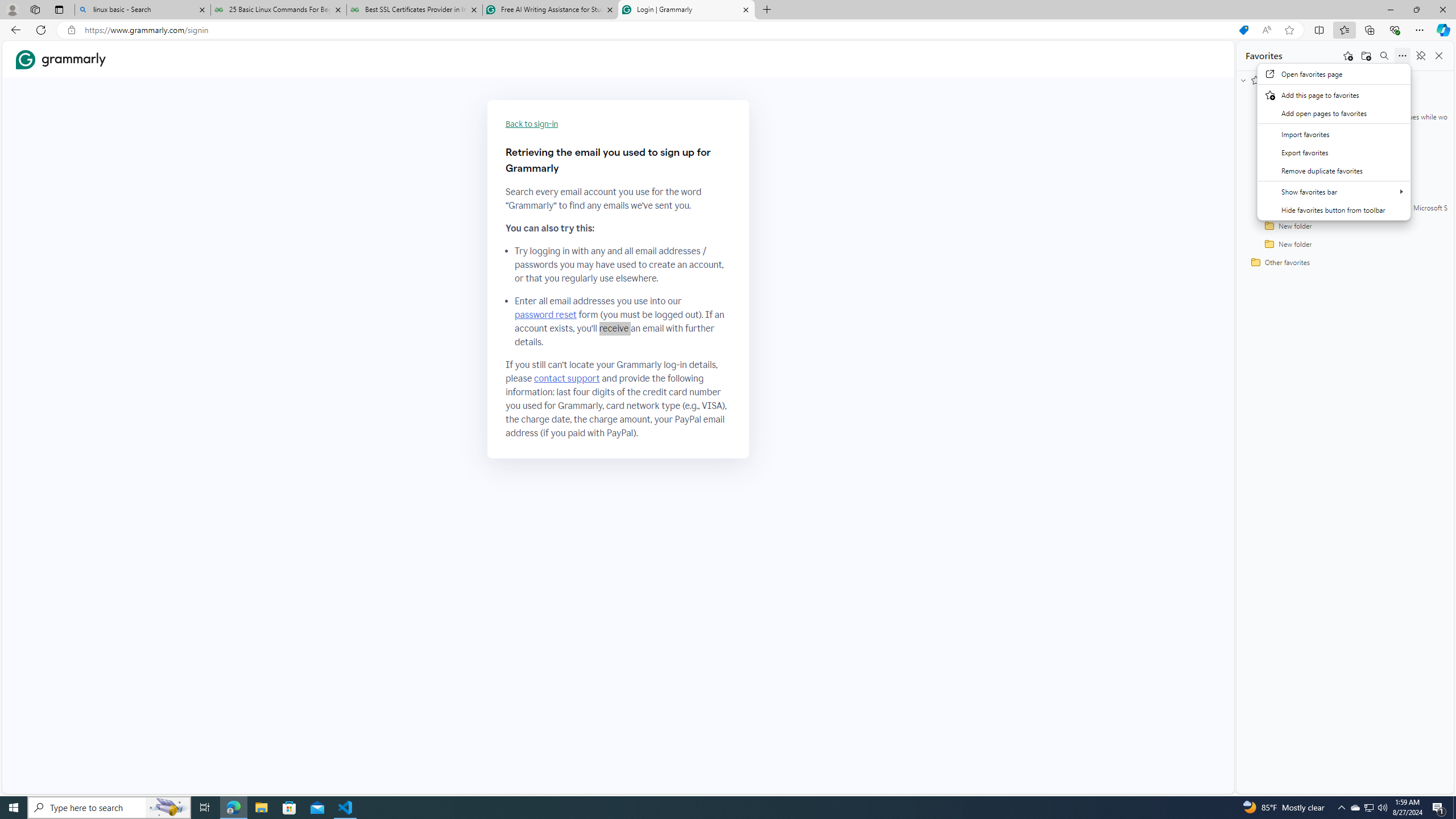 The image size is (1456, 819). What do you see at coordinates (1420, 55) in the screenshot?
I see `'Unpin favorites'` at bounding box center [1420, 55].